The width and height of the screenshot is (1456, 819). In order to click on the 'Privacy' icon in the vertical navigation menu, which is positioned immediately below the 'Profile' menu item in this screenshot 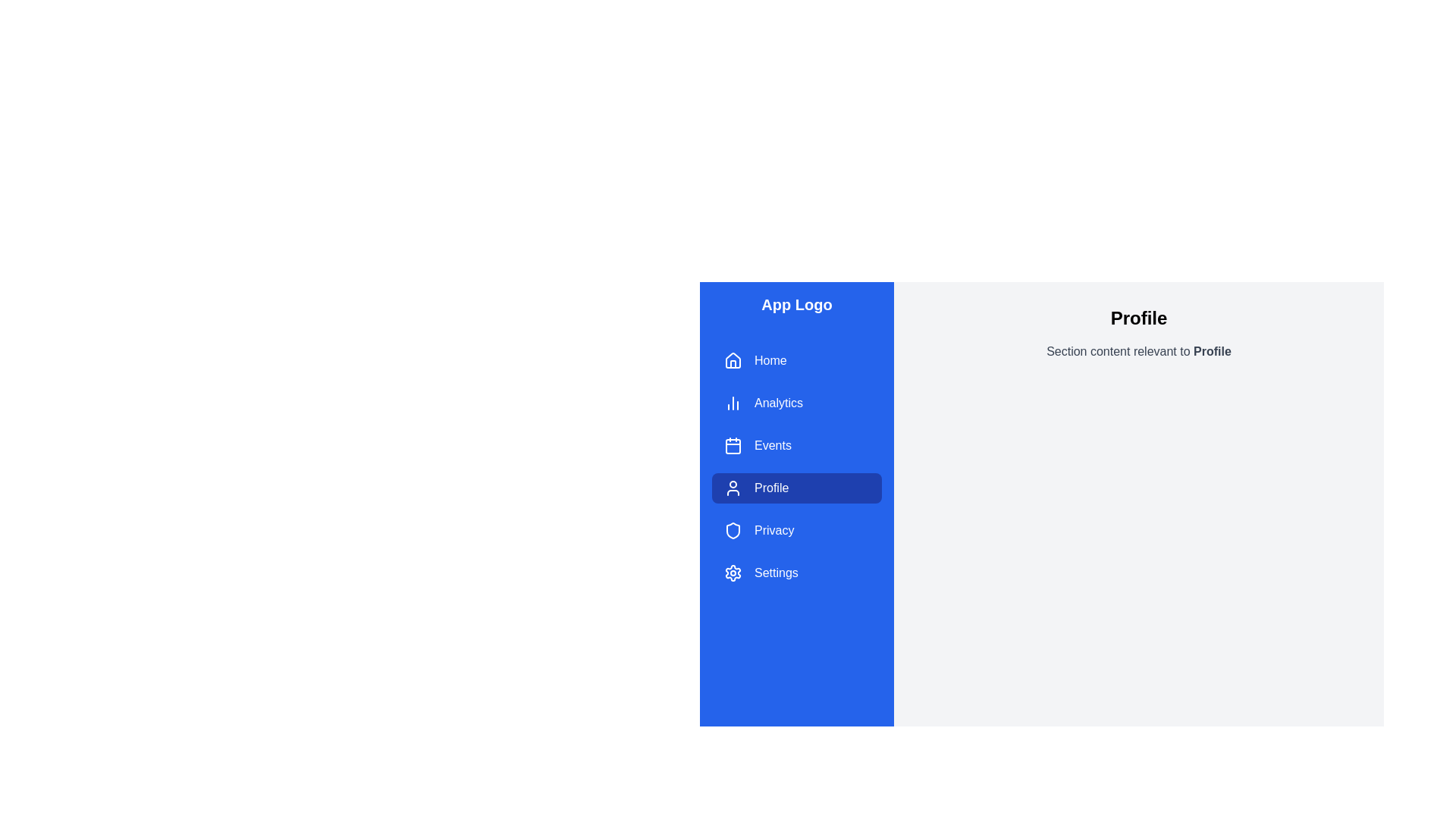, I will do `click(733, 529)`.